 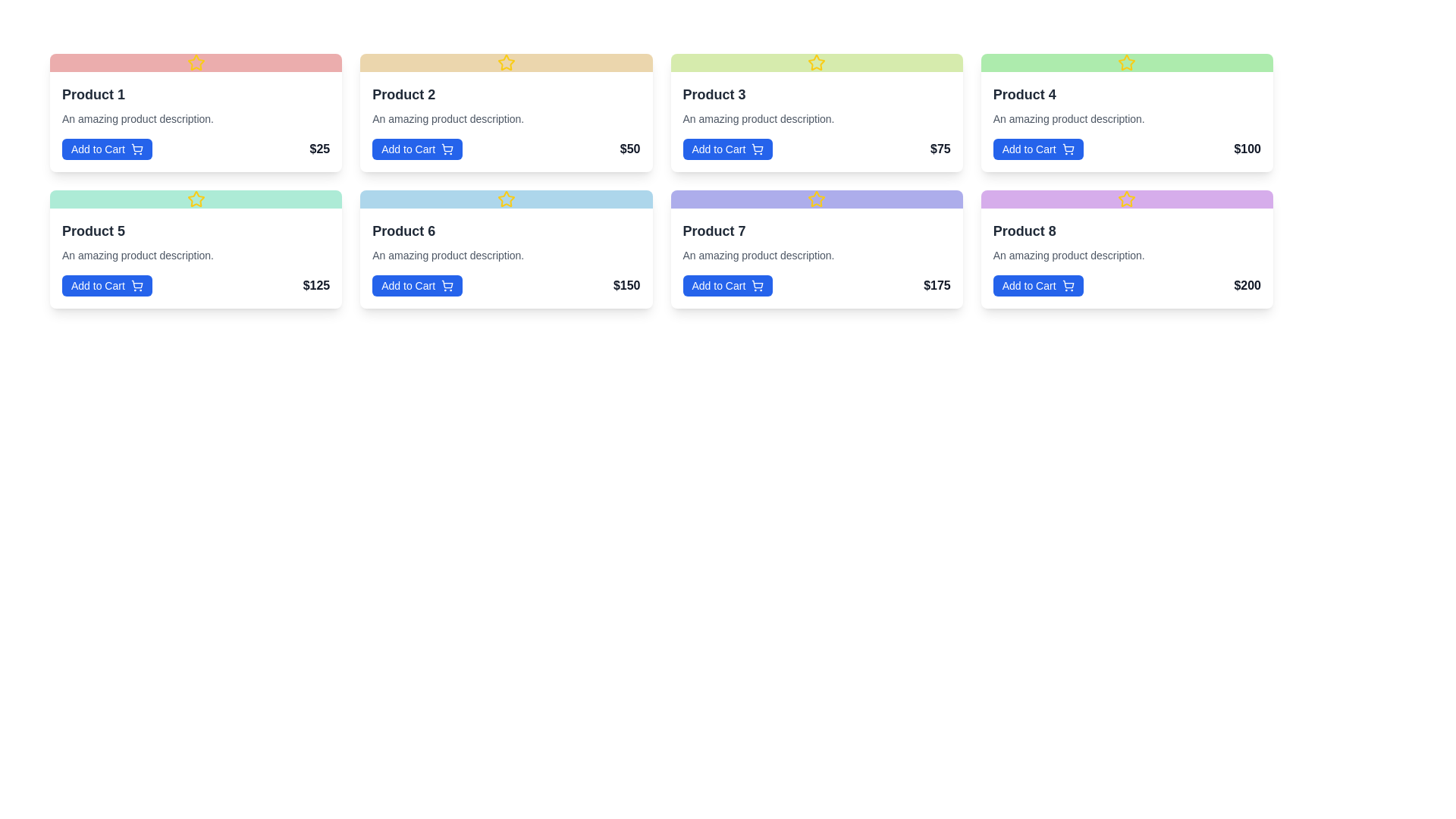 What do you see at coordinates (1127, 257) in the screenshot?
I see `the Product card located at the bottom-right corner of the grid layout for additional effects` at bounding box center [1127, 257].